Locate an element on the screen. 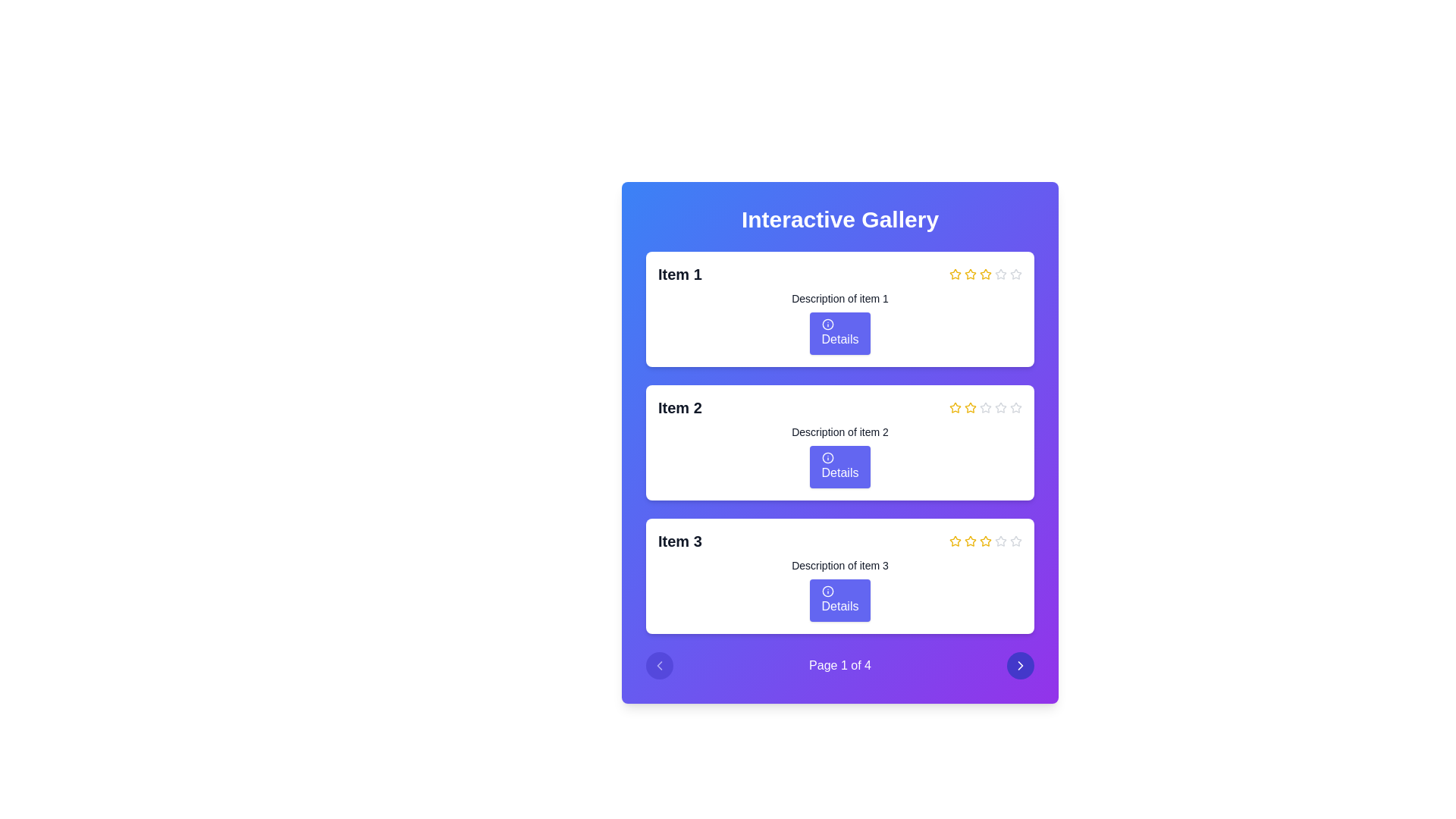 This screenshot has height=819, width=1456. the button located in the bottom-right corner of the first item card is located at coordinates (839, 332).